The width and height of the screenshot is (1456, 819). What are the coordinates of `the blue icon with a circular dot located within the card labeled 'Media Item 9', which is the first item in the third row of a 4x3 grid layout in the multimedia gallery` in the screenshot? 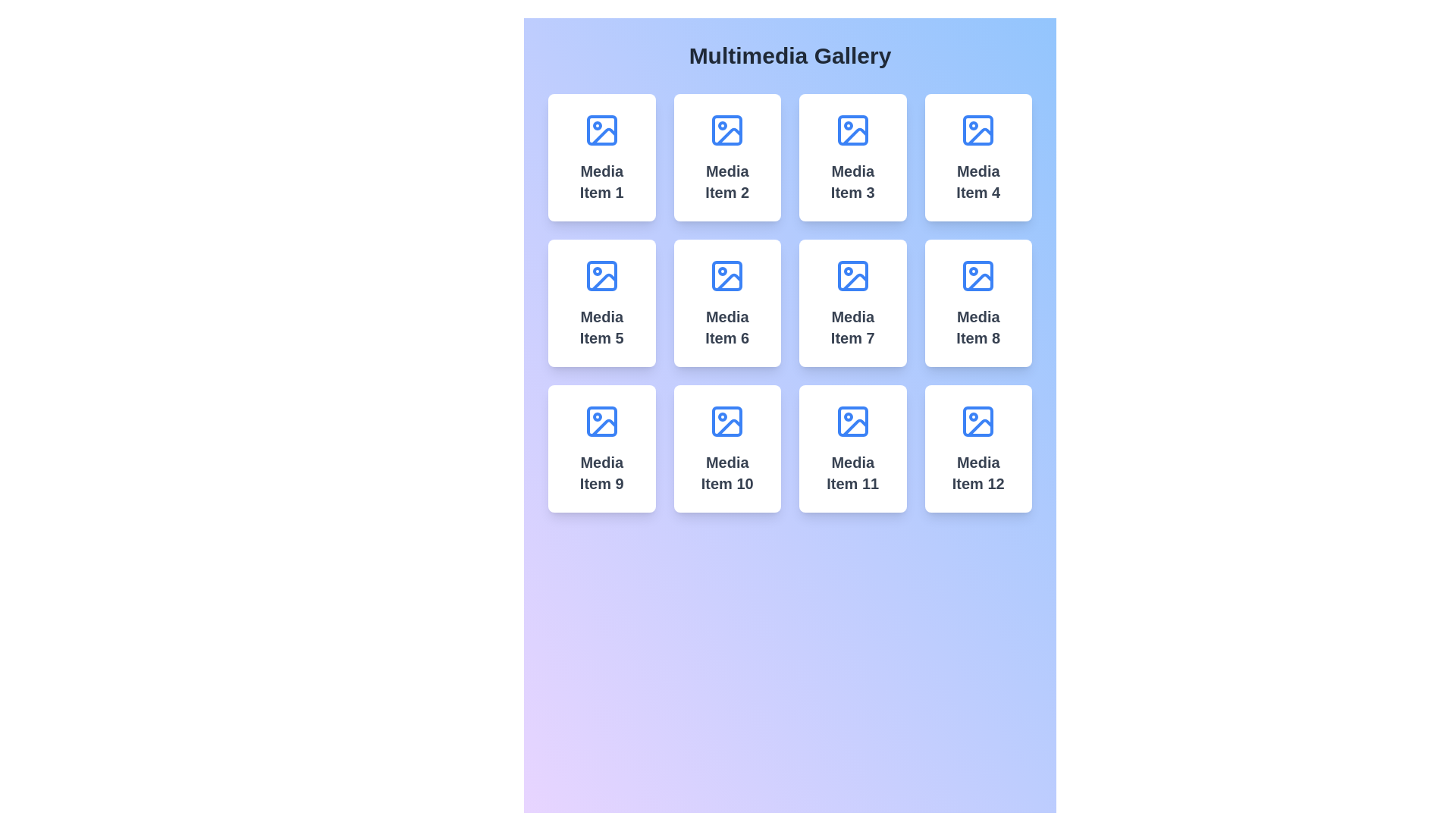 It's located at (601, 421).